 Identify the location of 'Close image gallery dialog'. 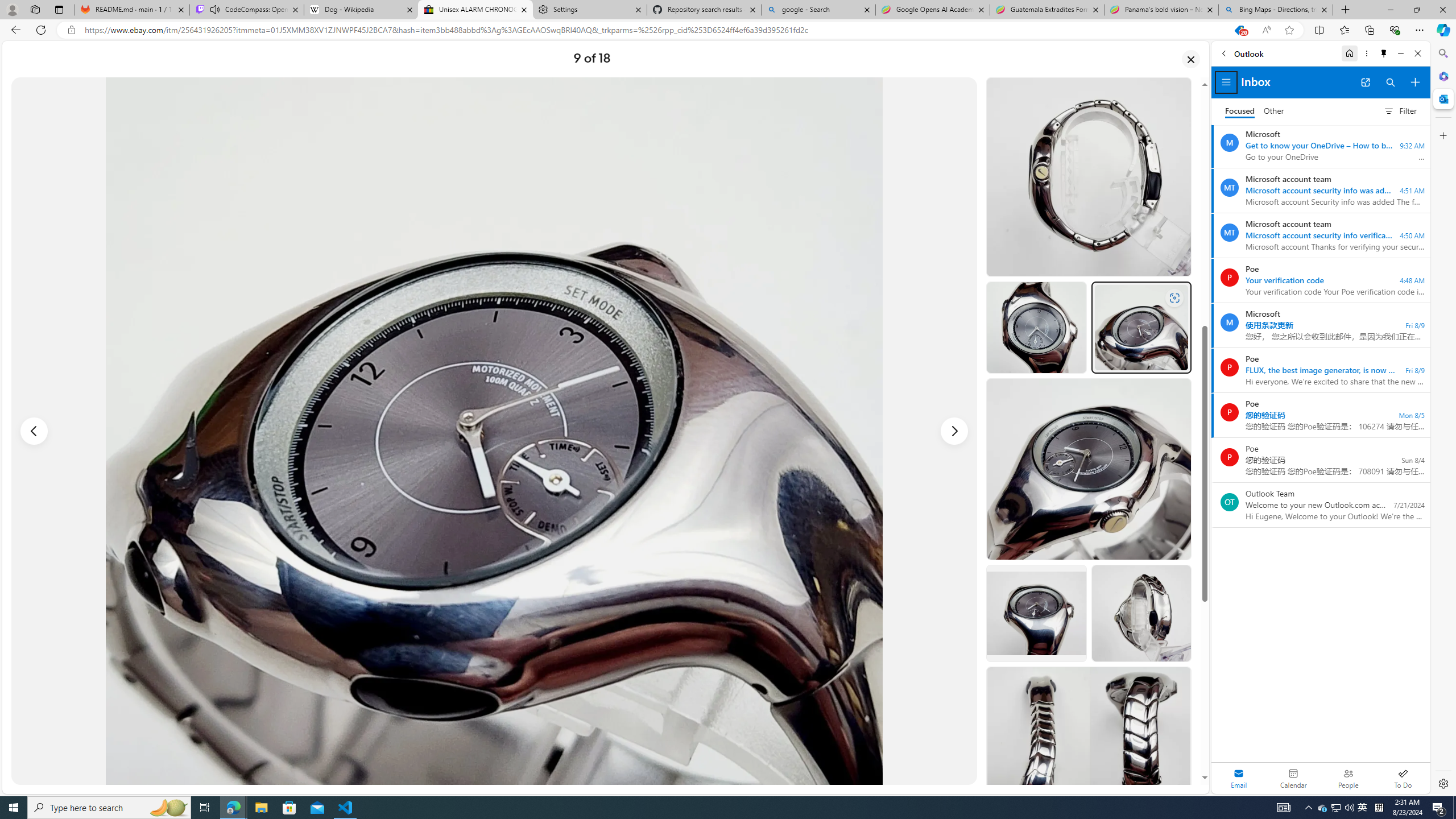
(1191, 59).